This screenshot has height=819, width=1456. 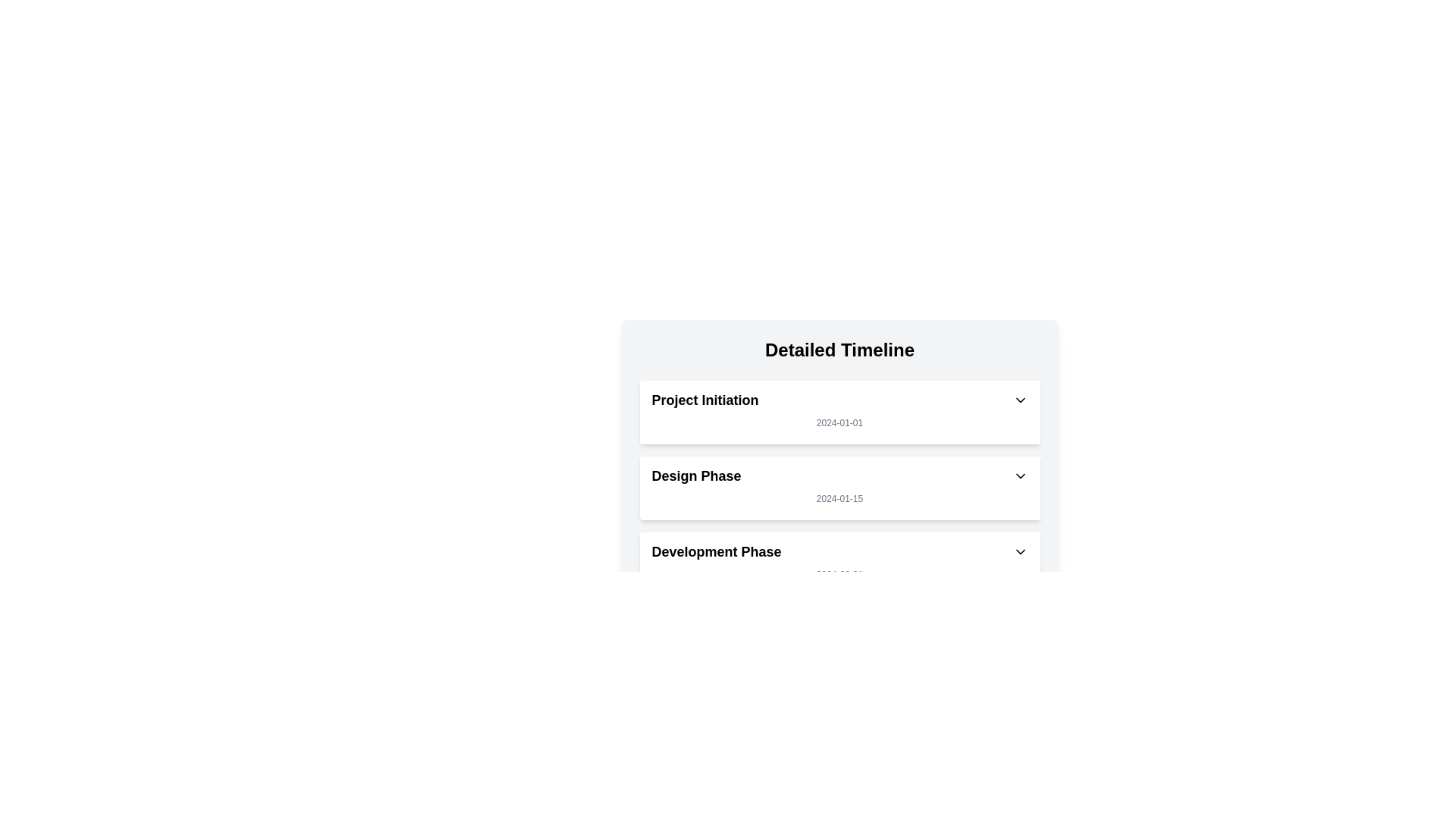 What do you see at coordinates (839, 488) in the screenshot?
I see `within the 'Detailed Timeline' list` at bounding box center [839, 488].